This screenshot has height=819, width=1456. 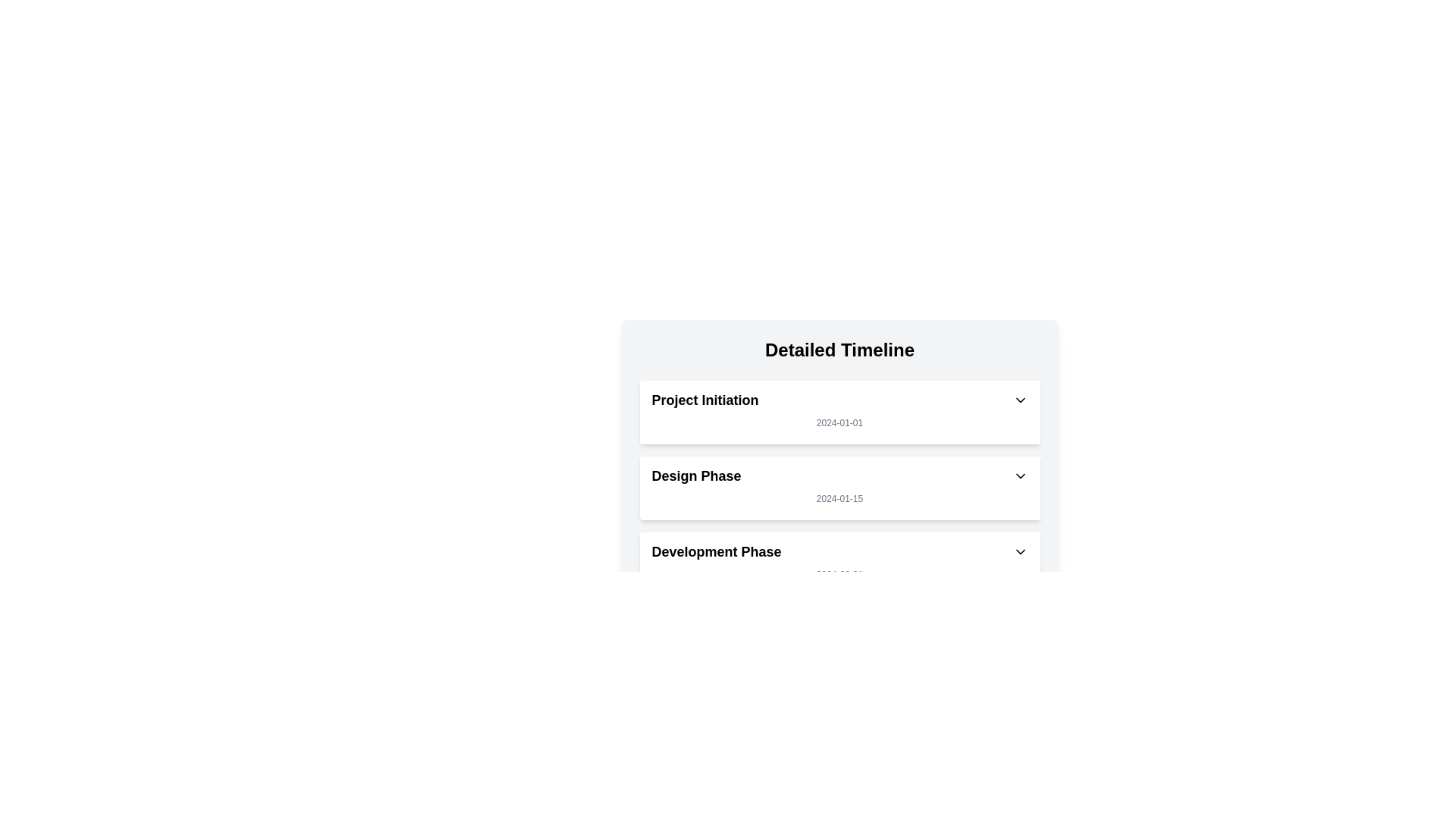 What do you see at coordinates (839, 488) in the screenshot?
I see `within the 'Detailed Timeline' list` at bounding box center [839, 488].